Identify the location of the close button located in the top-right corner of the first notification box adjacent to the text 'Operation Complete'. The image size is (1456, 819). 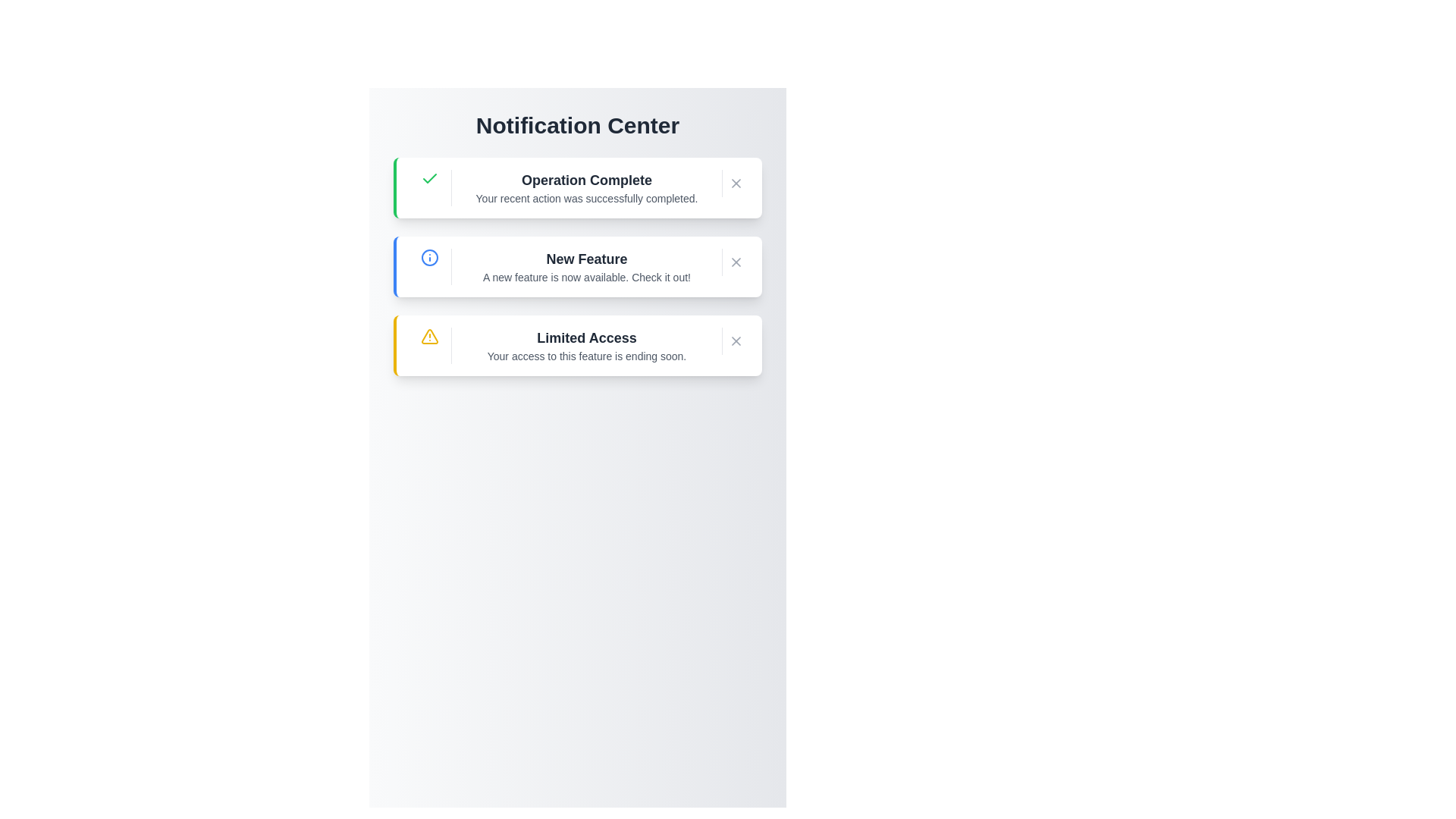
(736, 183).